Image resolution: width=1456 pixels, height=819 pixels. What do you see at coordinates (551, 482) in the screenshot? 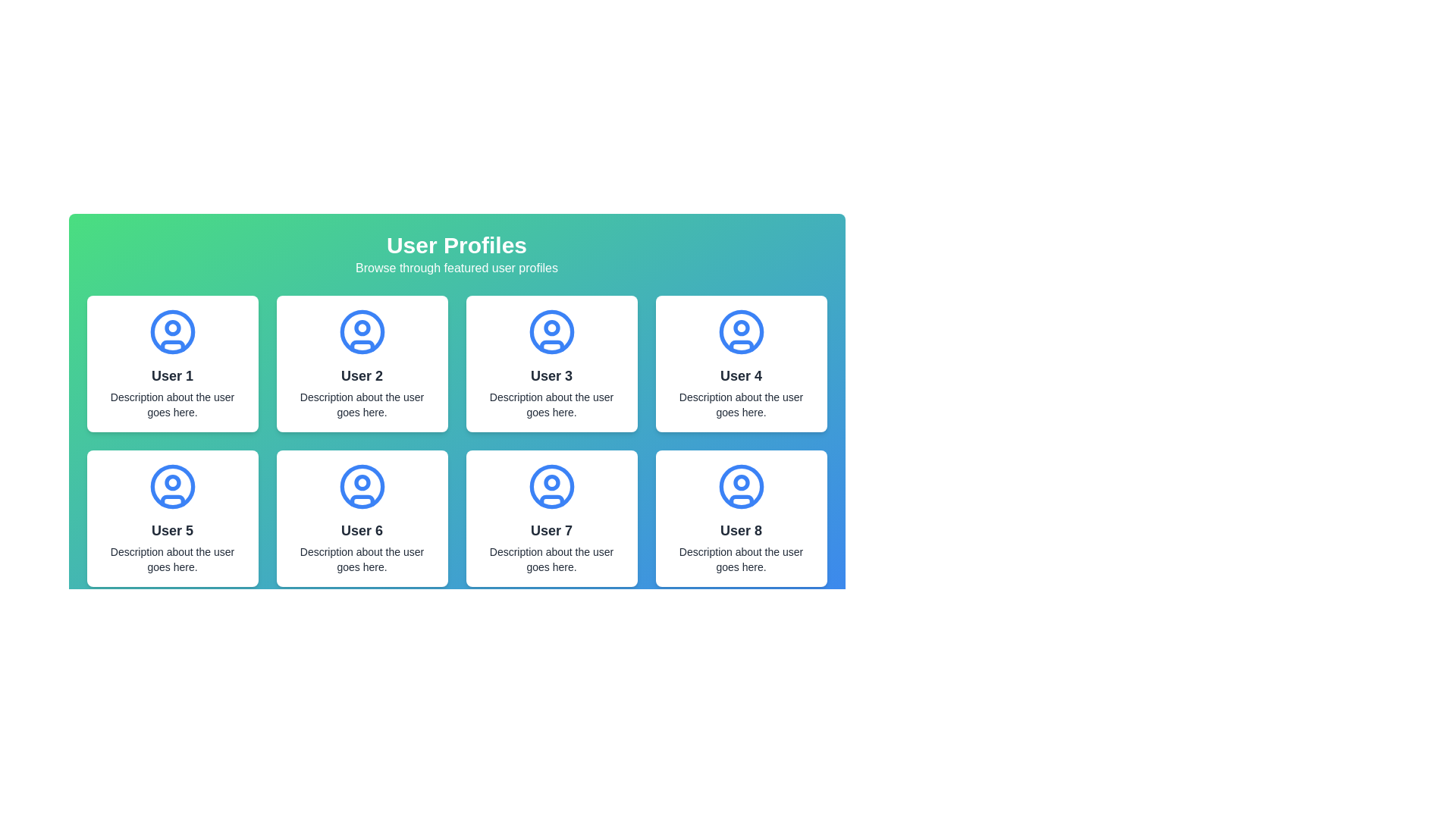
I see `the Decorative Circle (SVG Component) that represents the head of the profile icon for 'User 7'` at bounding box center [551, 482].